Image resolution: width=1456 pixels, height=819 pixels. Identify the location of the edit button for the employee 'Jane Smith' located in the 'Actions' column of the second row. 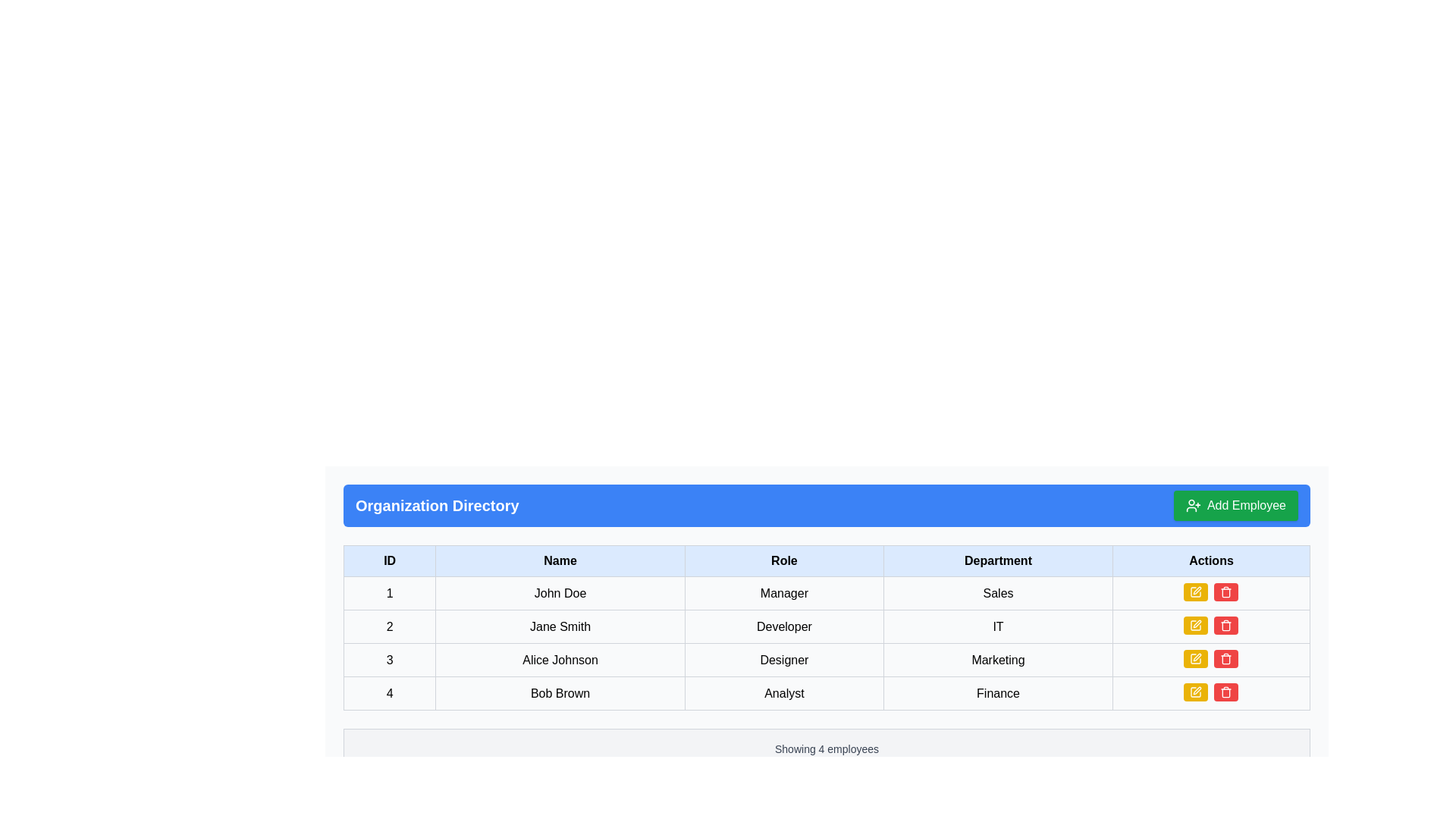
(1197, 623).